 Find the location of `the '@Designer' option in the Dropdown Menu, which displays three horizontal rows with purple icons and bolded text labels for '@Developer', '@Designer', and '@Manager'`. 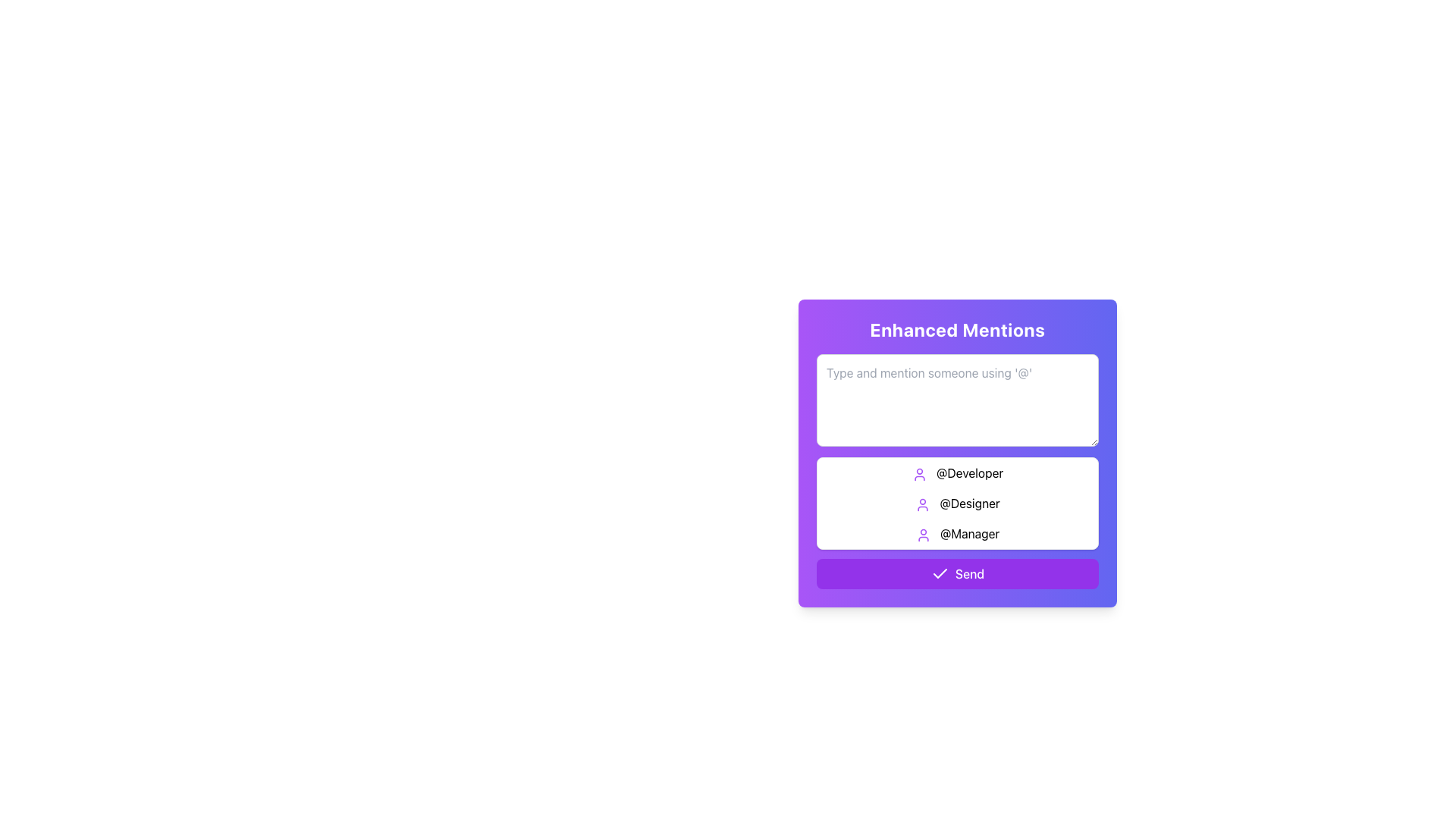

the '@Designer' option in the Dropdown Menu, which displays three horizontal rows with purple icons and bolded text labels for '@Developer', '@Designer', and '@Manager' is located at coordinates (956, 503).